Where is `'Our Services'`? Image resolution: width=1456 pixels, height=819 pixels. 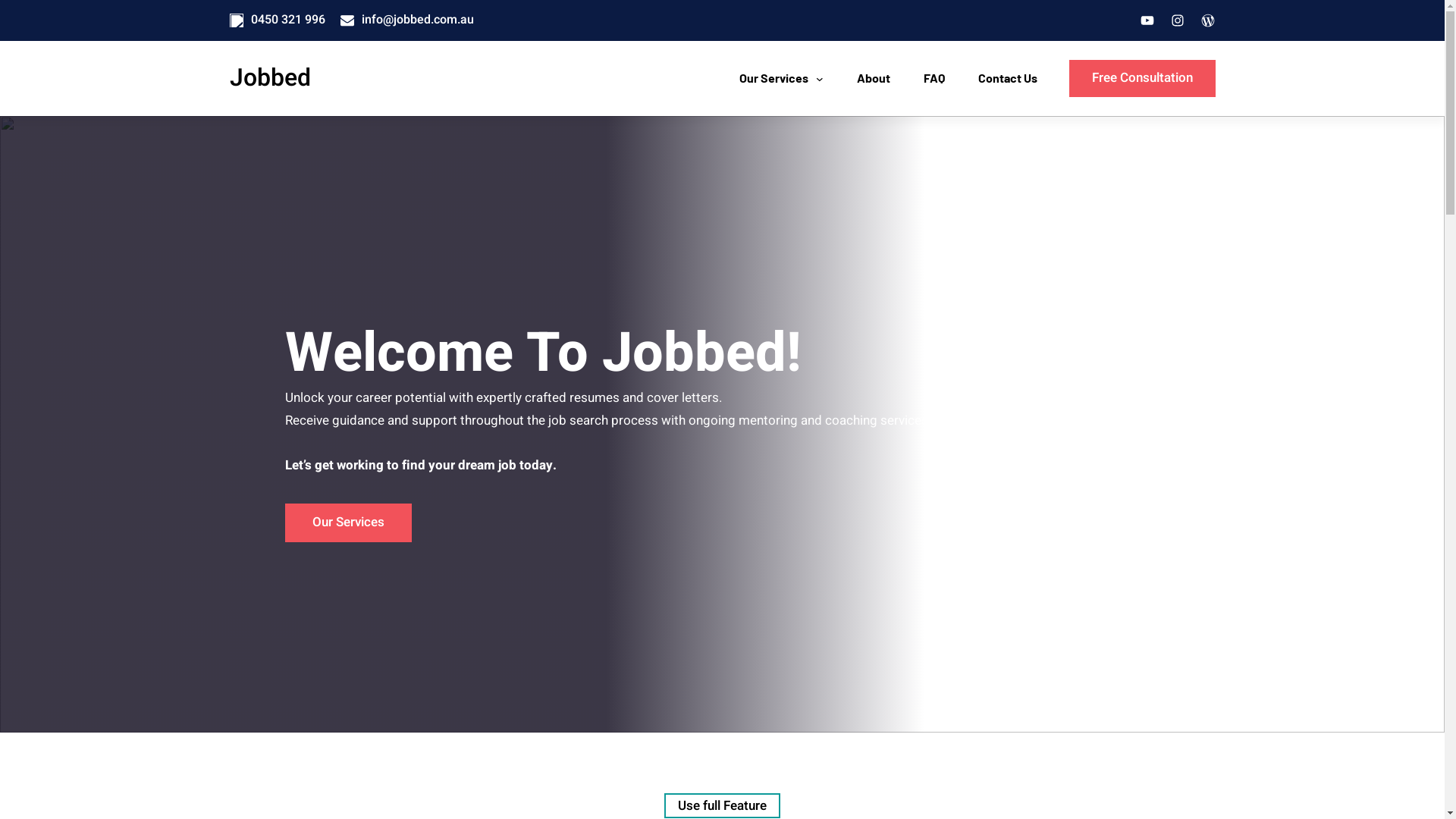
'Our Services' is located at coordinates (347, 522).